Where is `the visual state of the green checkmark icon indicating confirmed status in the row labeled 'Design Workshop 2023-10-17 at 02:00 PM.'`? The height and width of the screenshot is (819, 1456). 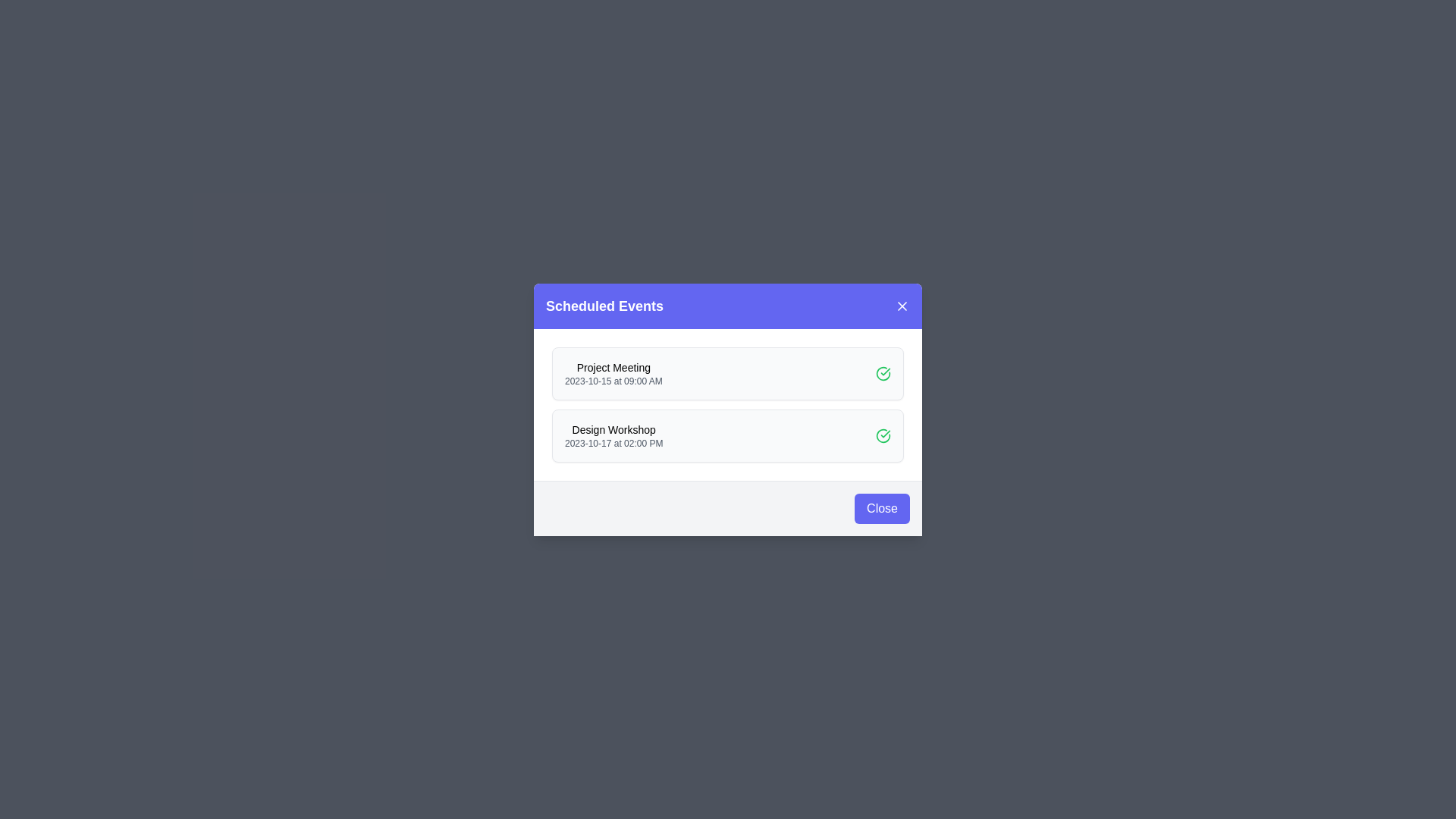
the visual state of the green checkmark icon indicating confirmed status in the row labeled 'Design Workshop 2023-10-17 at 02:00 PM.' is located at coordinates (883, 435).